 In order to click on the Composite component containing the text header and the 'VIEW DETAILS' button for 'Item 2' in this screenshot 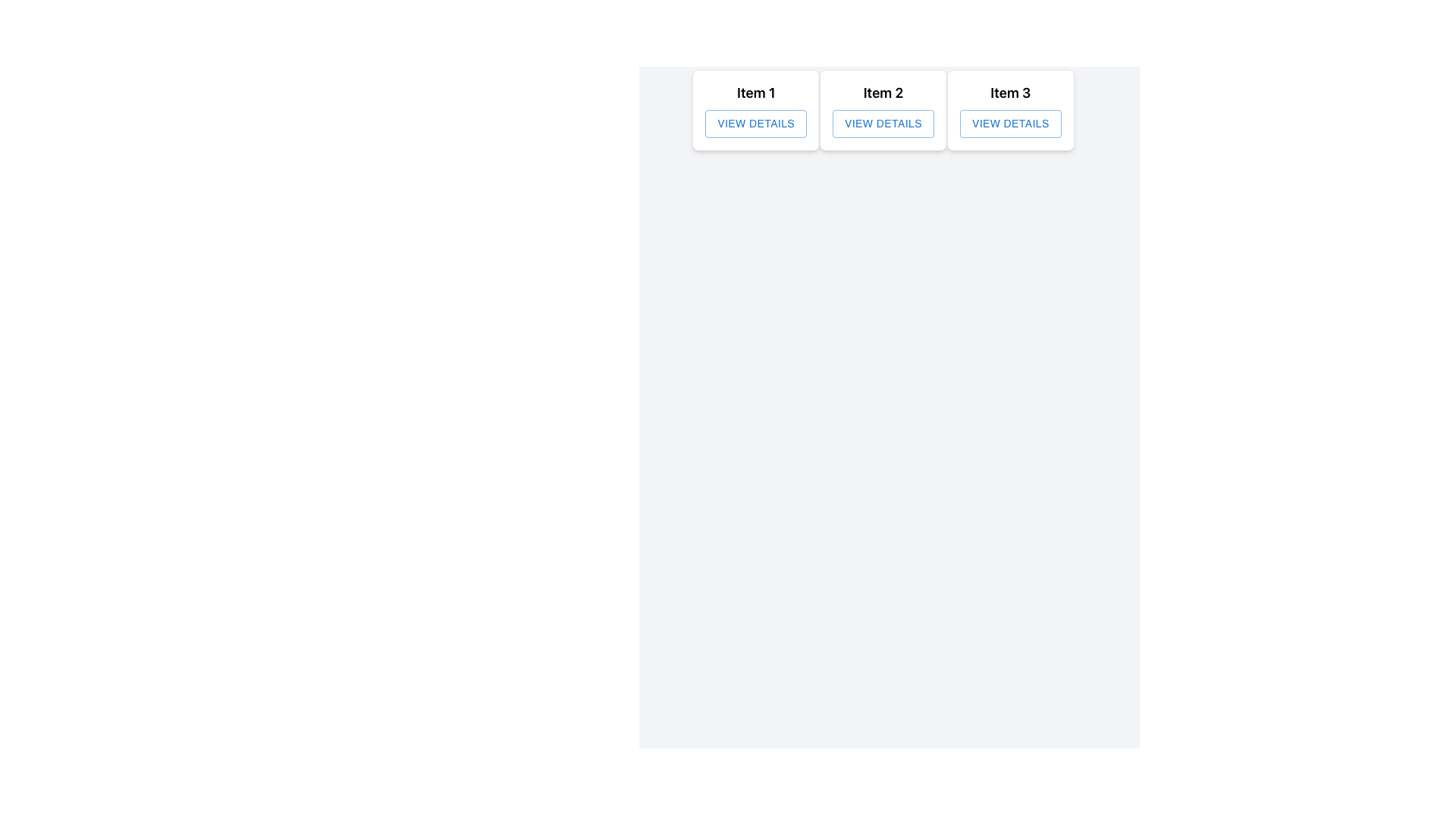, I will do `click(883, 109)`.